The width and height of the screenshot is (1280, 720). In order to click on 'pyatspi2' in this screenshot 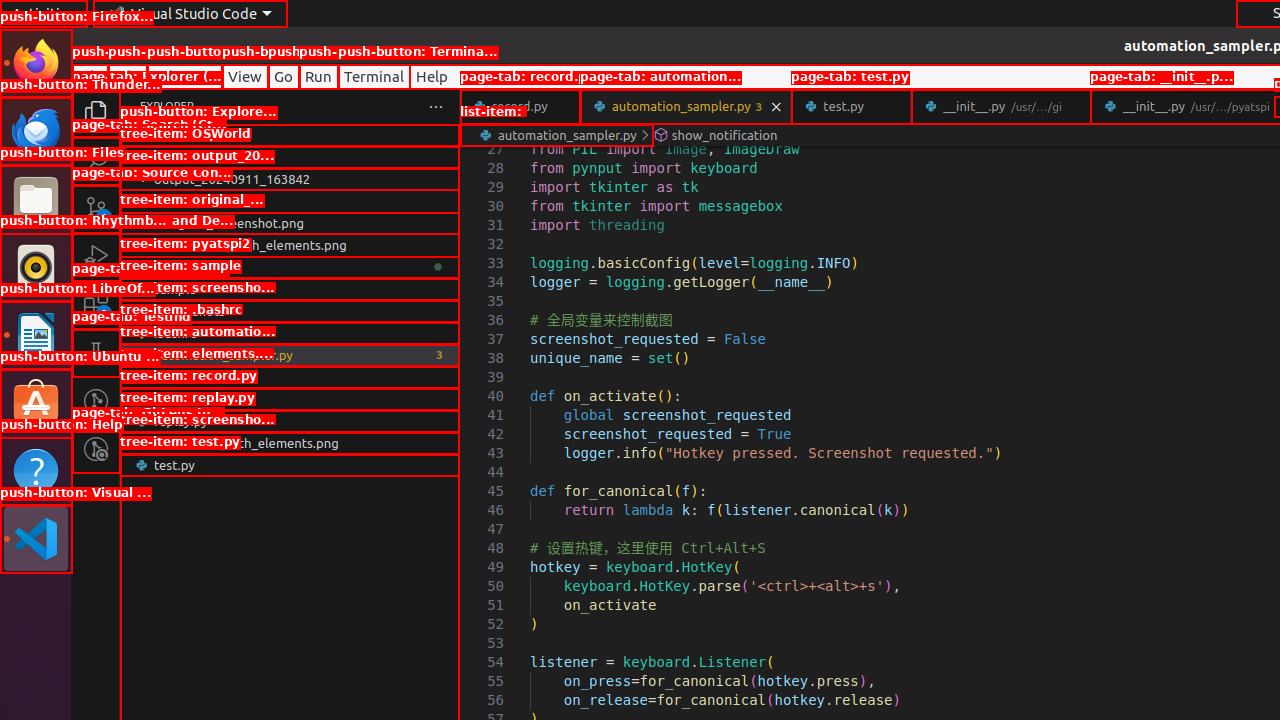, I will do `click(288, 265)`.